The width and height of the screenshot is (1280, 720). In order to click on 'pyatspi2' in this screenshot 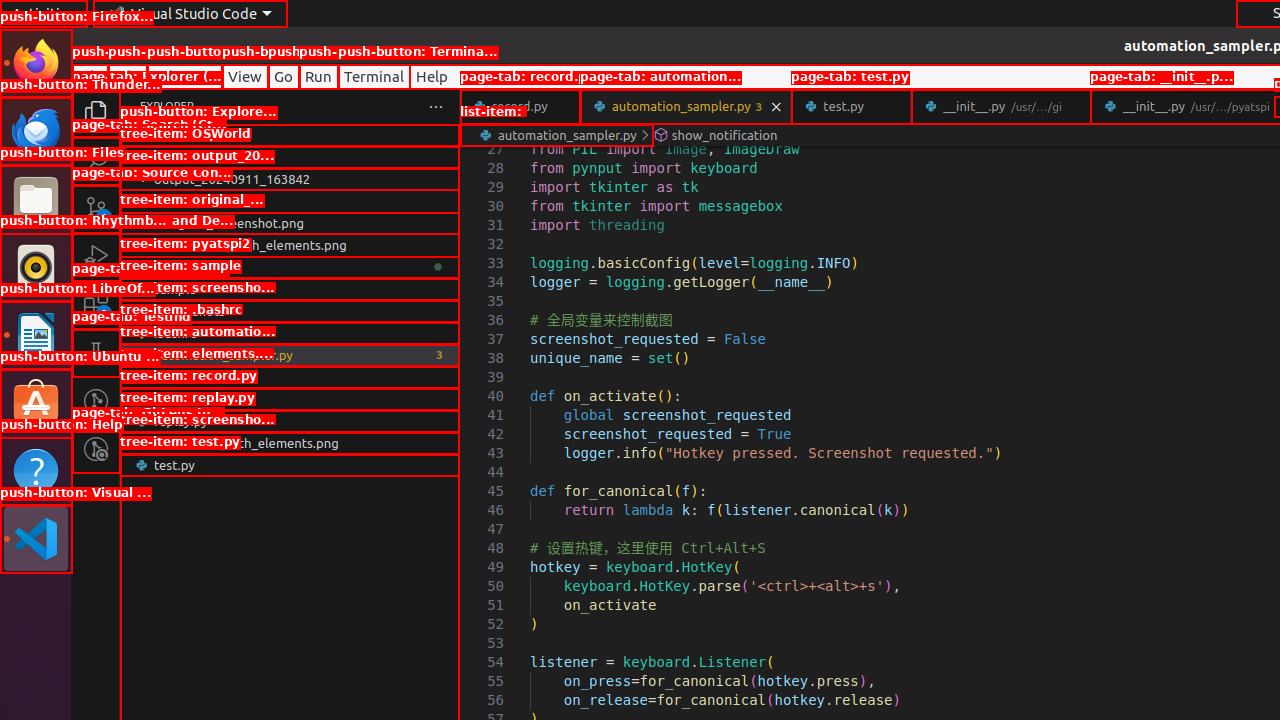, I will do `click(288, 265)`.